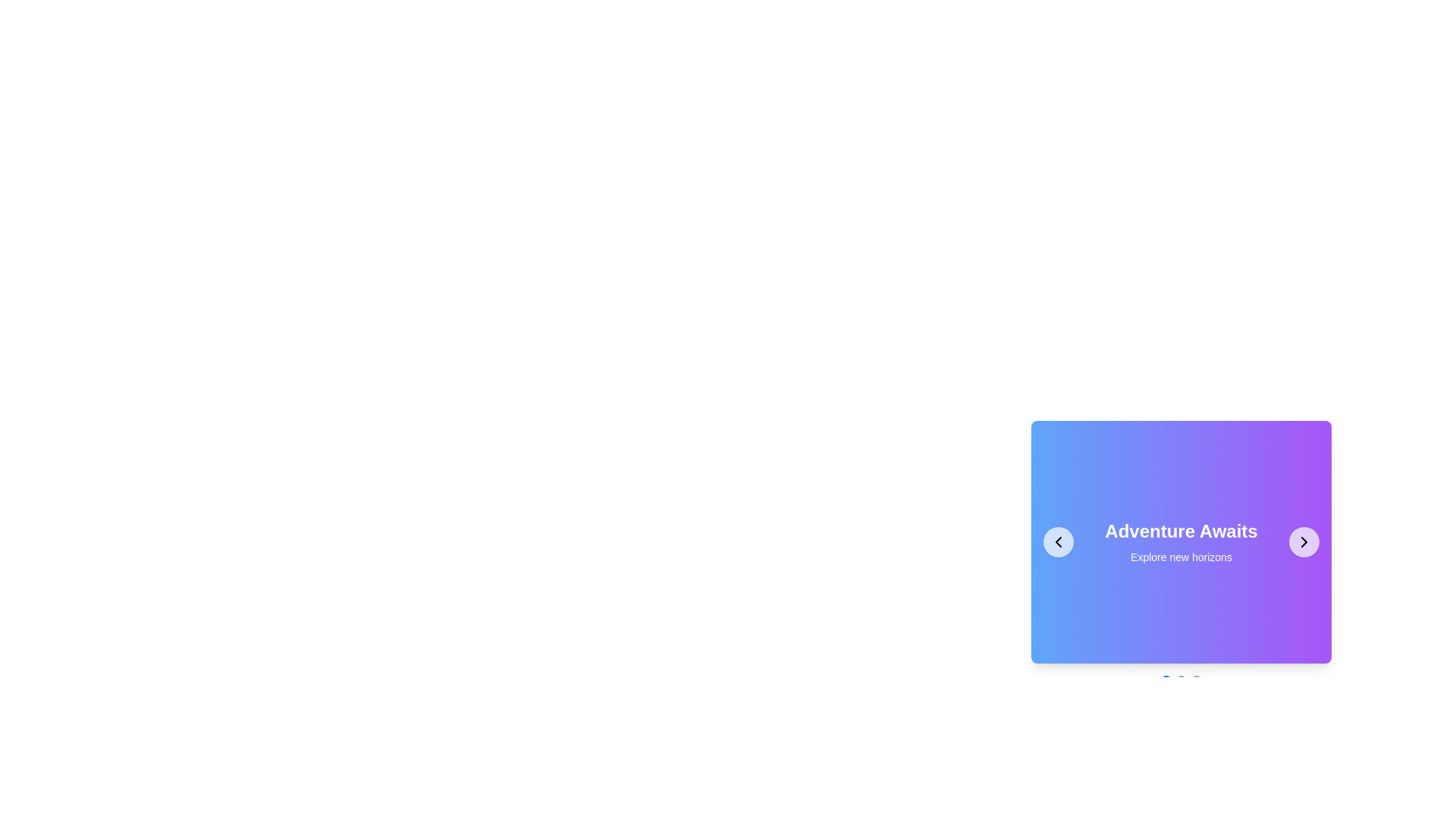 Image resolution: width=1456 pixels, height=819 pixels. What do you see at coordinates (1303, 541) in the screenshot?
I see `the circular Chevron button with a white background and rightward chevron icon` at bounding box center [1303, 541].